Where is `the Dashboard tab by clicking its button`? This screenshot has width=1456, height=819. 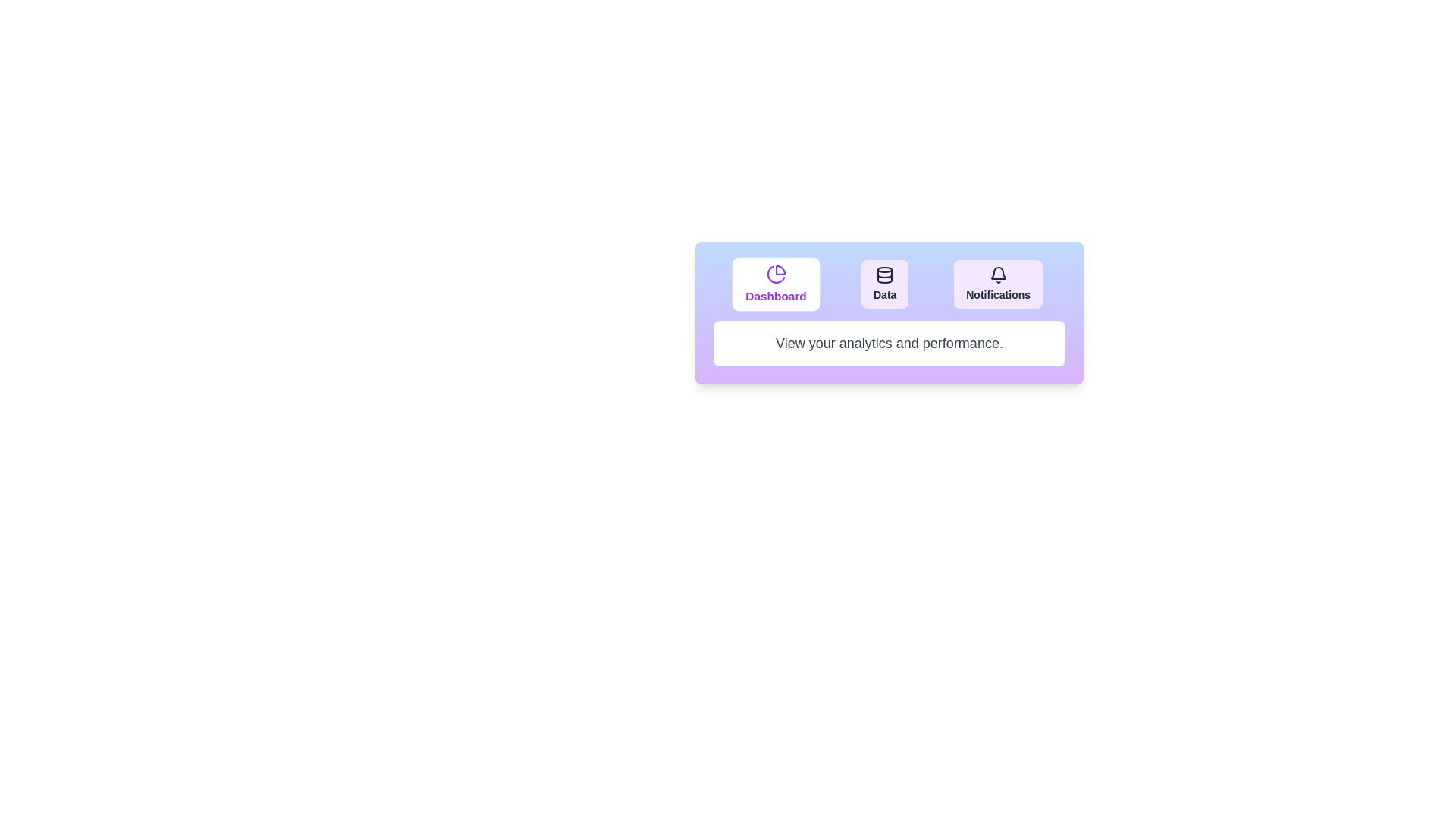
the Dashboard tab by clicking its button is located at coordinates (776, 284).